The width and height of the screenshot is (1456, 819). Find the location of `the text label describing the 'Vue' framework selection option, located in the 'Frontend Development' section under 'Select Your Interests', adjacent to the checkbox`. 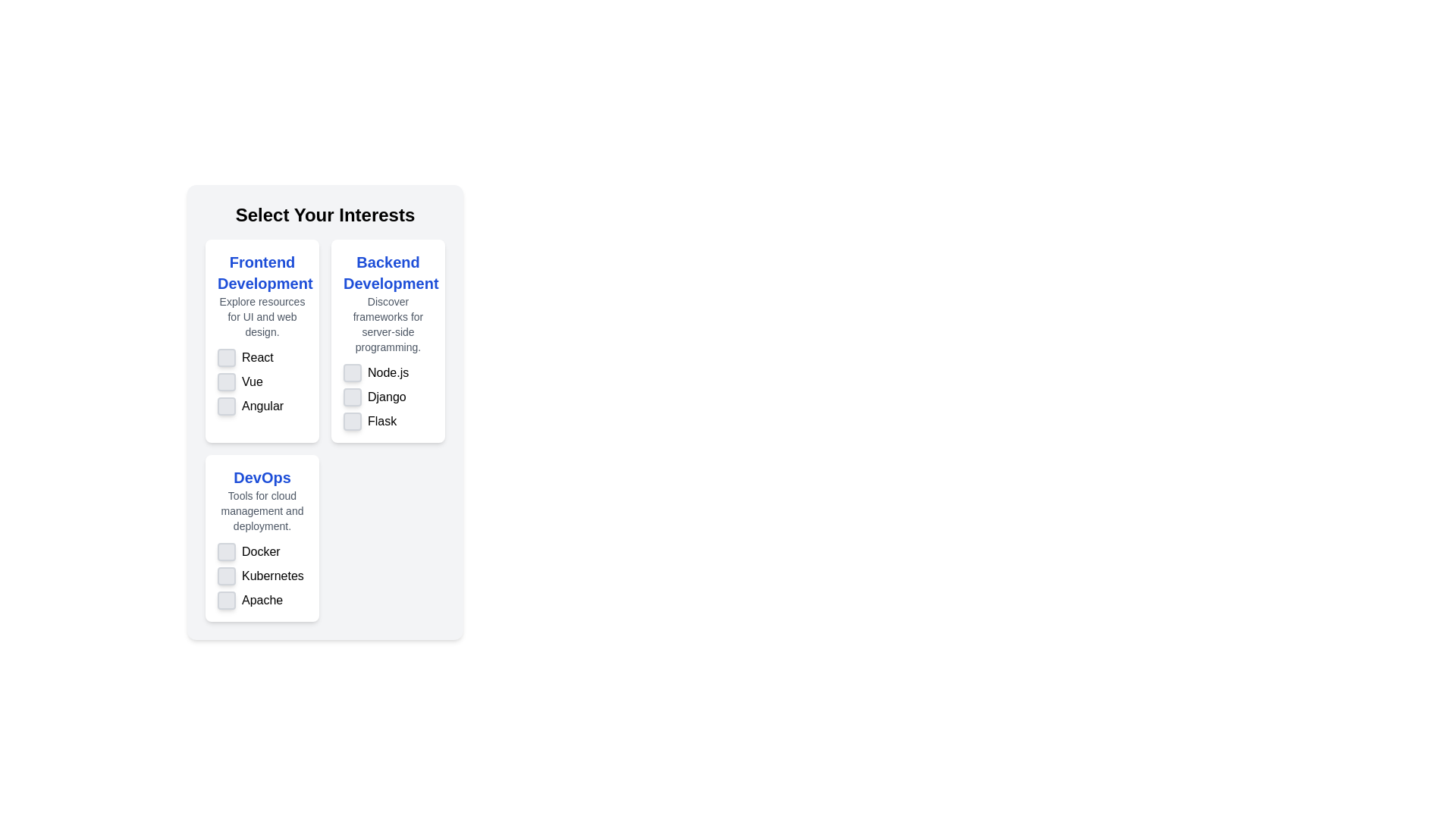

the text label describing the 'Vue' framework selection option, located in the 'Frontend Development' section under 'Select Your Interests', adjacent to the checkbox is located at coordinates (252, 381).